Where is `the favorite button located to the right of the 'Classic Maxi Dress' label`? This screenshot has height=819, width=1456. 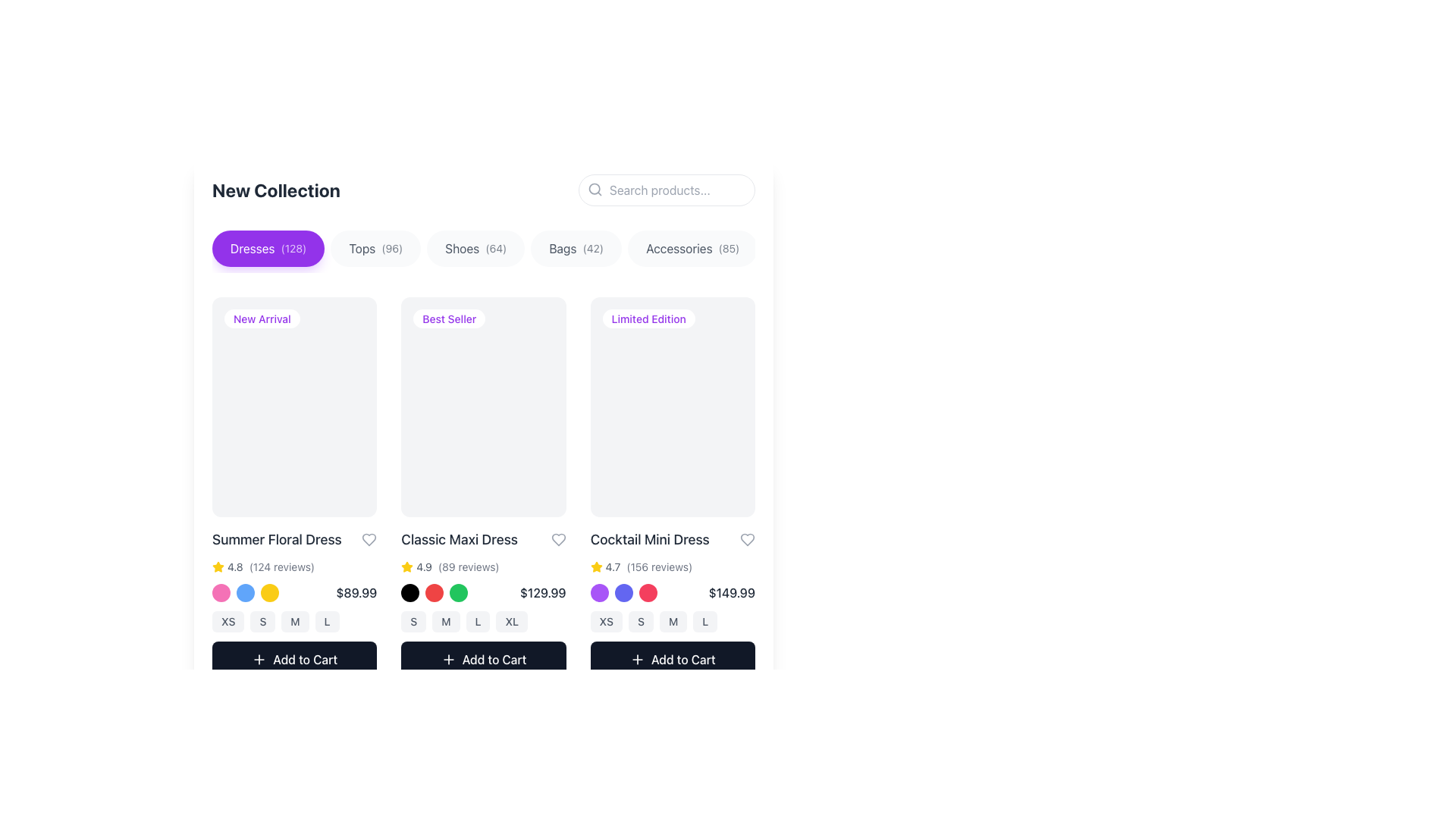 the favorite button located to the right of the 'Classic Maxi Dress' label is located at coordinates (557, 538).